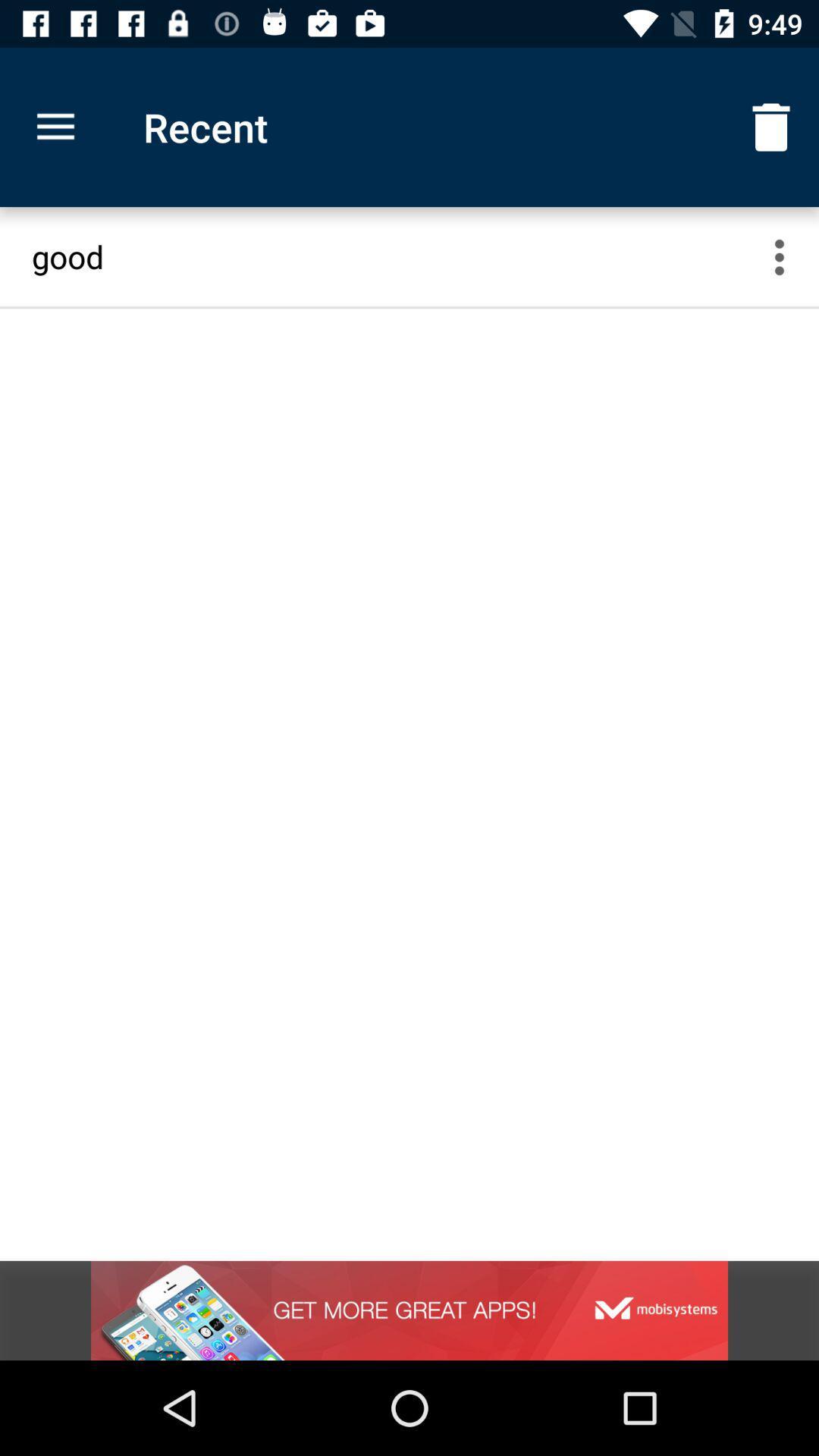  Describe the element at coordinates (771, 127) in the screenshot. I see `item to the right of recent item` at that location.